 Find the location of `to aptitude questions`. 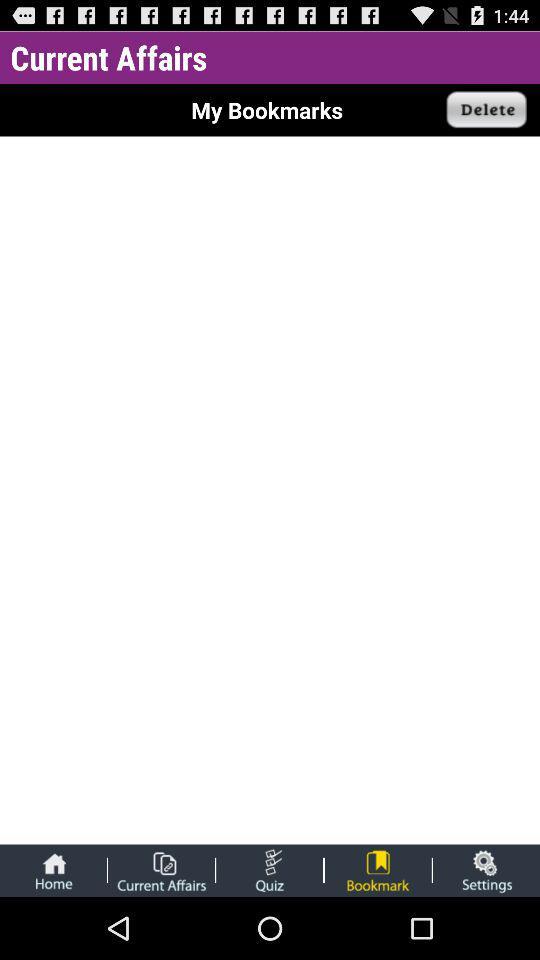

to aptitude questions is located at coordinates (269, 869).